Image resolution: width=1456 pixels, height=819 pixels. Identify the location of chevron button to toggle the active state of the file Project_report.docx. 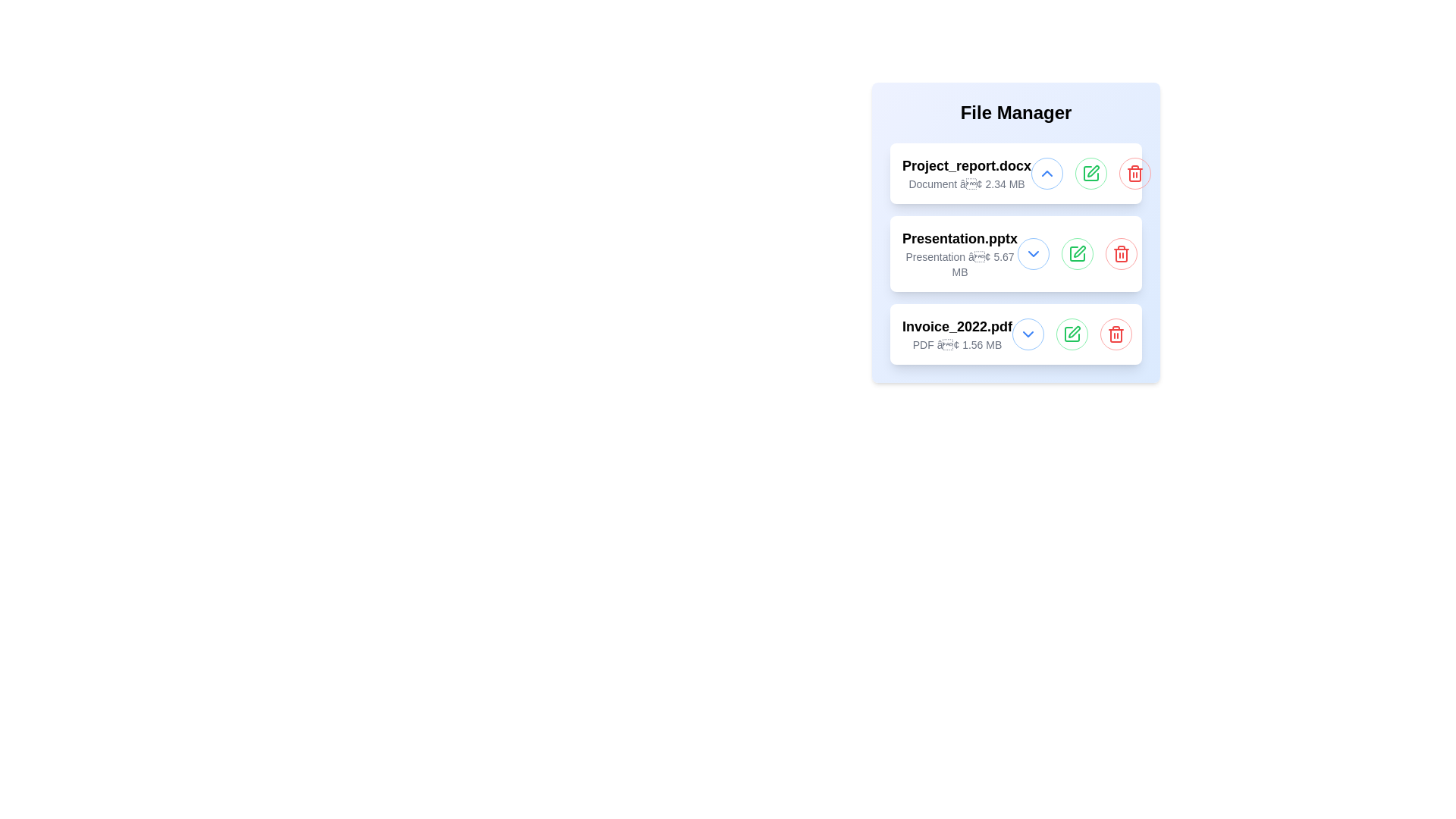
(1046, 172).